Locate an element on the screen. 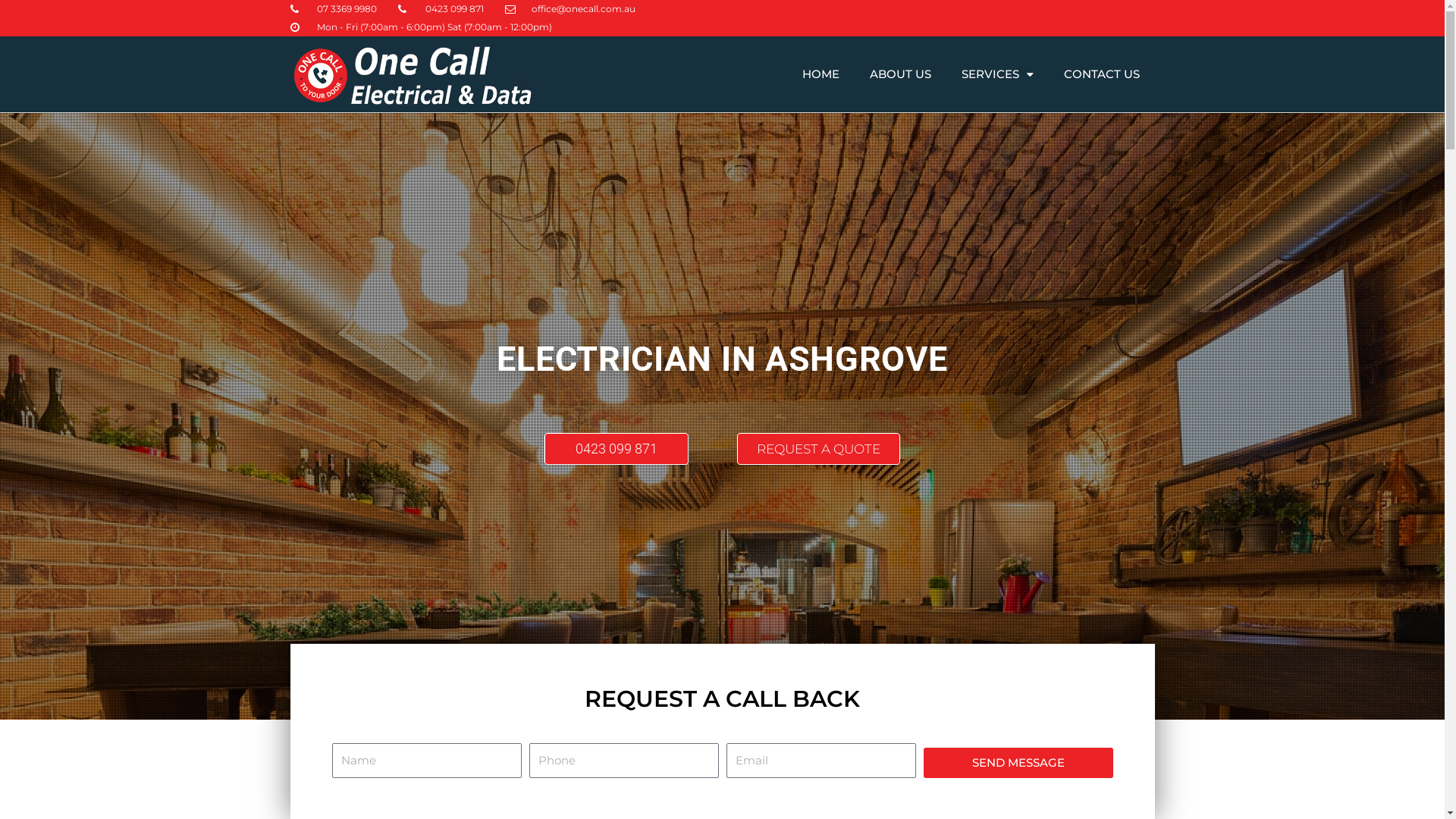 The height and width of the screenshot is (819, 1456). 'HOME' is located at coordinates (820, 74).